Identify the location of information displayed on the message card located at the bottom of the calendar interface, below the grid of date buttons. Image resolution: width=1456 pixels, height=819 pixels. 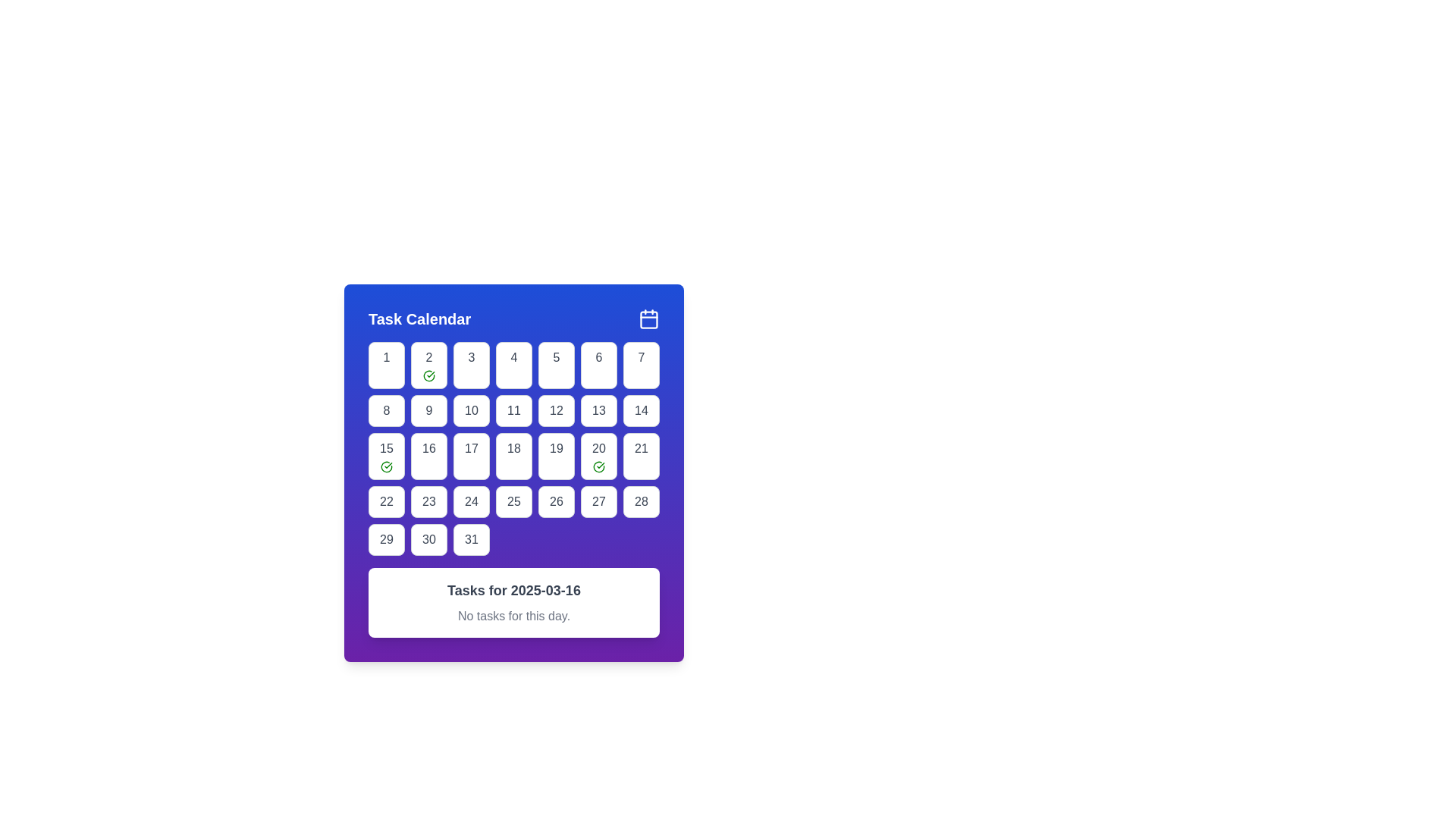
(513, 601).